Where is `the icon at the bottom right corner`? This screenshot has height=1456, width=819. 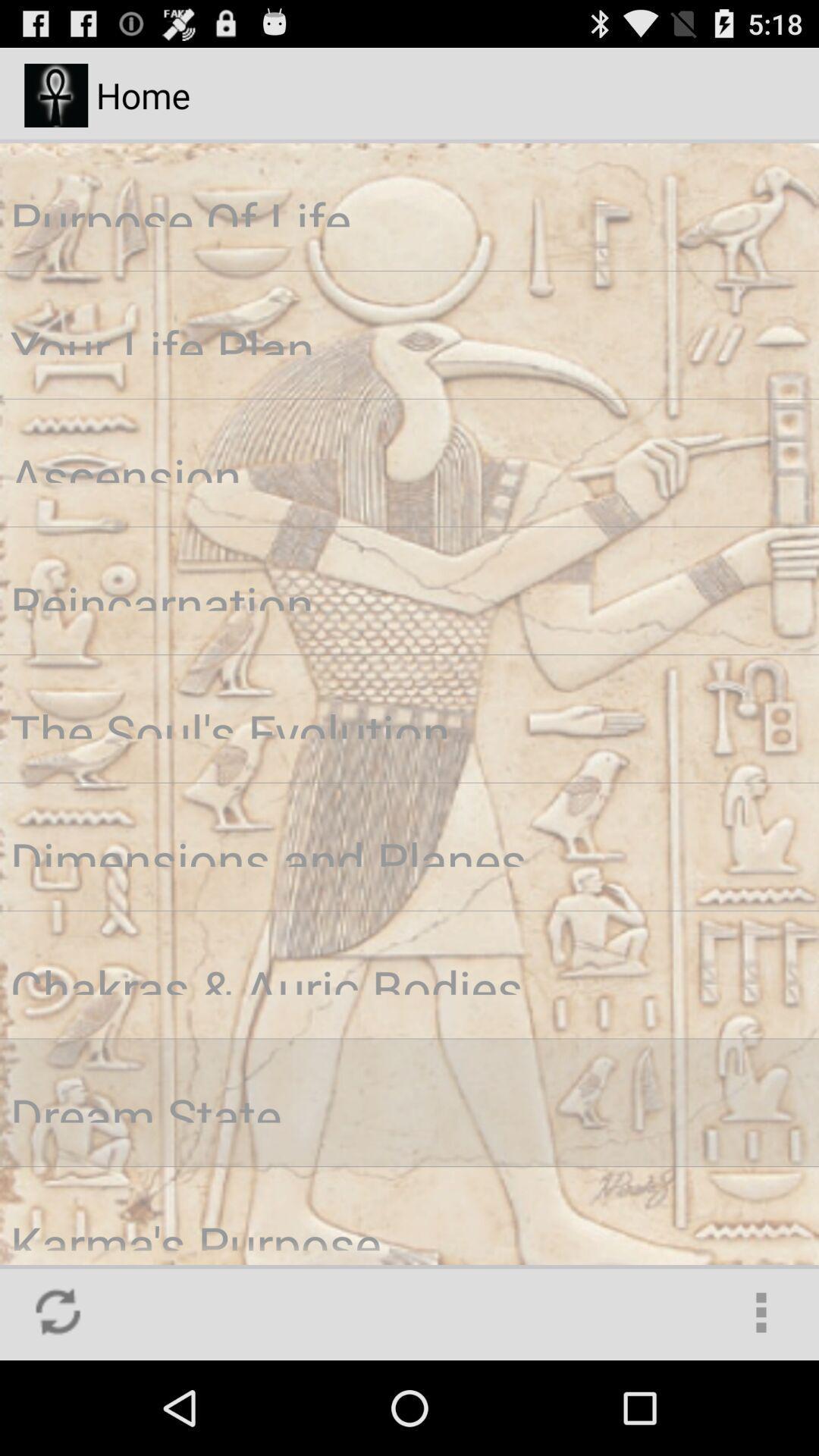 the icon at the bottom right corner is located at coordinates (761, 1312).